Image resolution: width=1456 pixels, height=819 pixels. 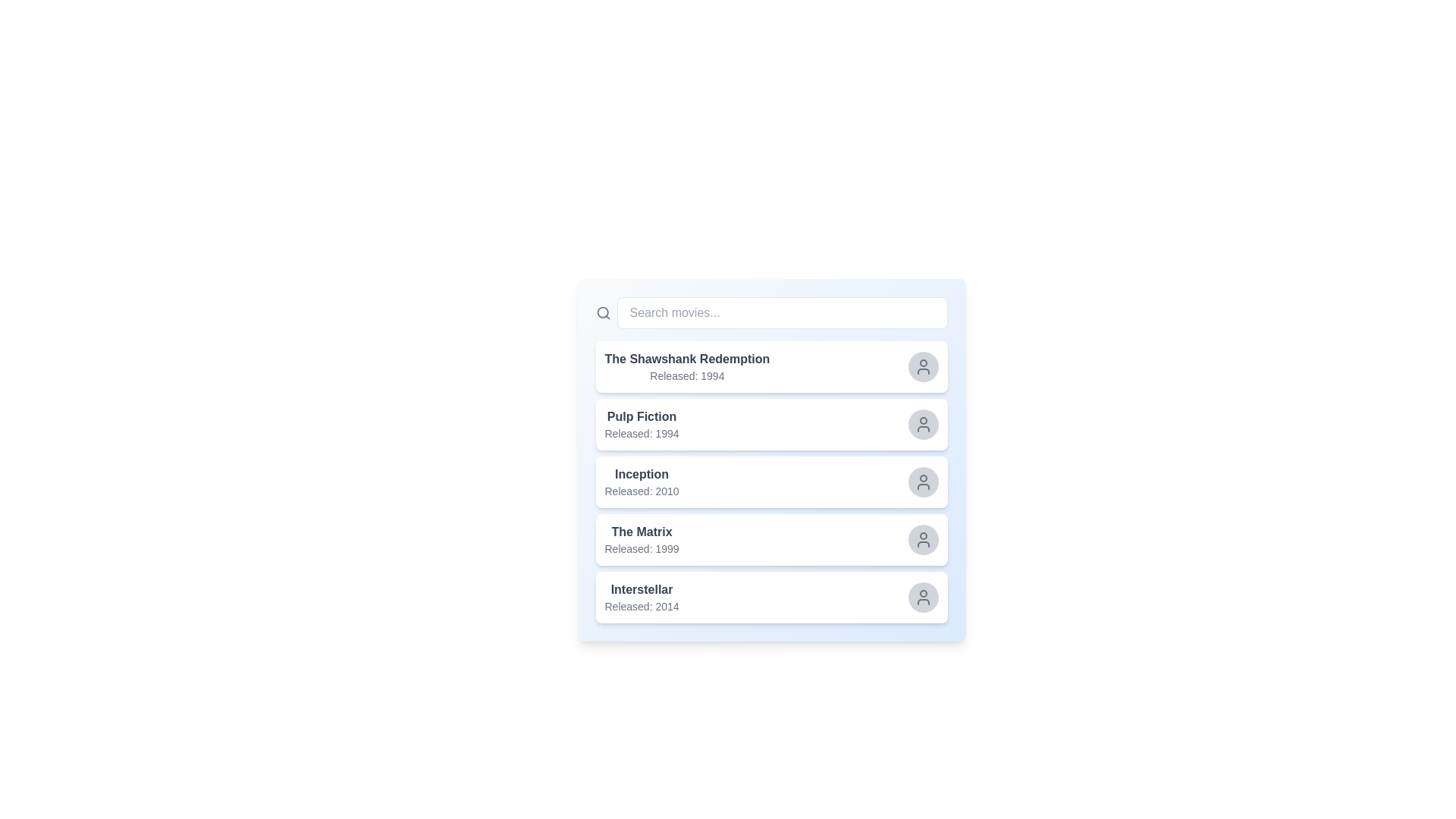 What do you see at coordinates (922, 366) in the screenshot?
I see `the circular user icon with a grey outline located to the far right of the item row labeled 'The Shawshank Redemption' to initiate an action` at bounding box center [922, 366].